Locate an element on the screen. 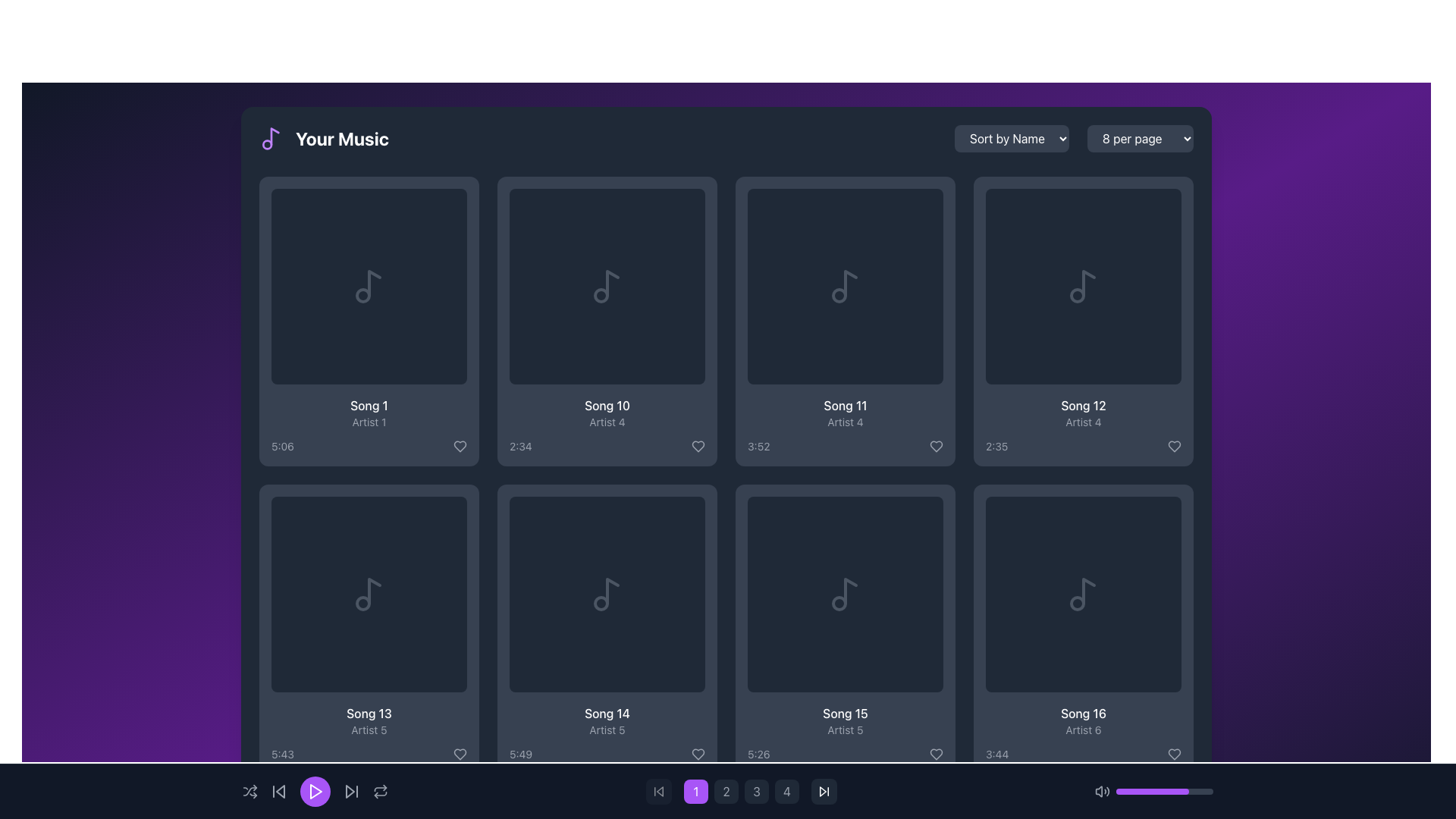 Image resolution: width=1456 pixels, height=819 pixels. the musical note icon located in the square tile of the fifth song in the list, titled 'Song 15' by 'Artist 5', which is centered in the second row and third column of the grid layout is located at coordinates (844, 593).